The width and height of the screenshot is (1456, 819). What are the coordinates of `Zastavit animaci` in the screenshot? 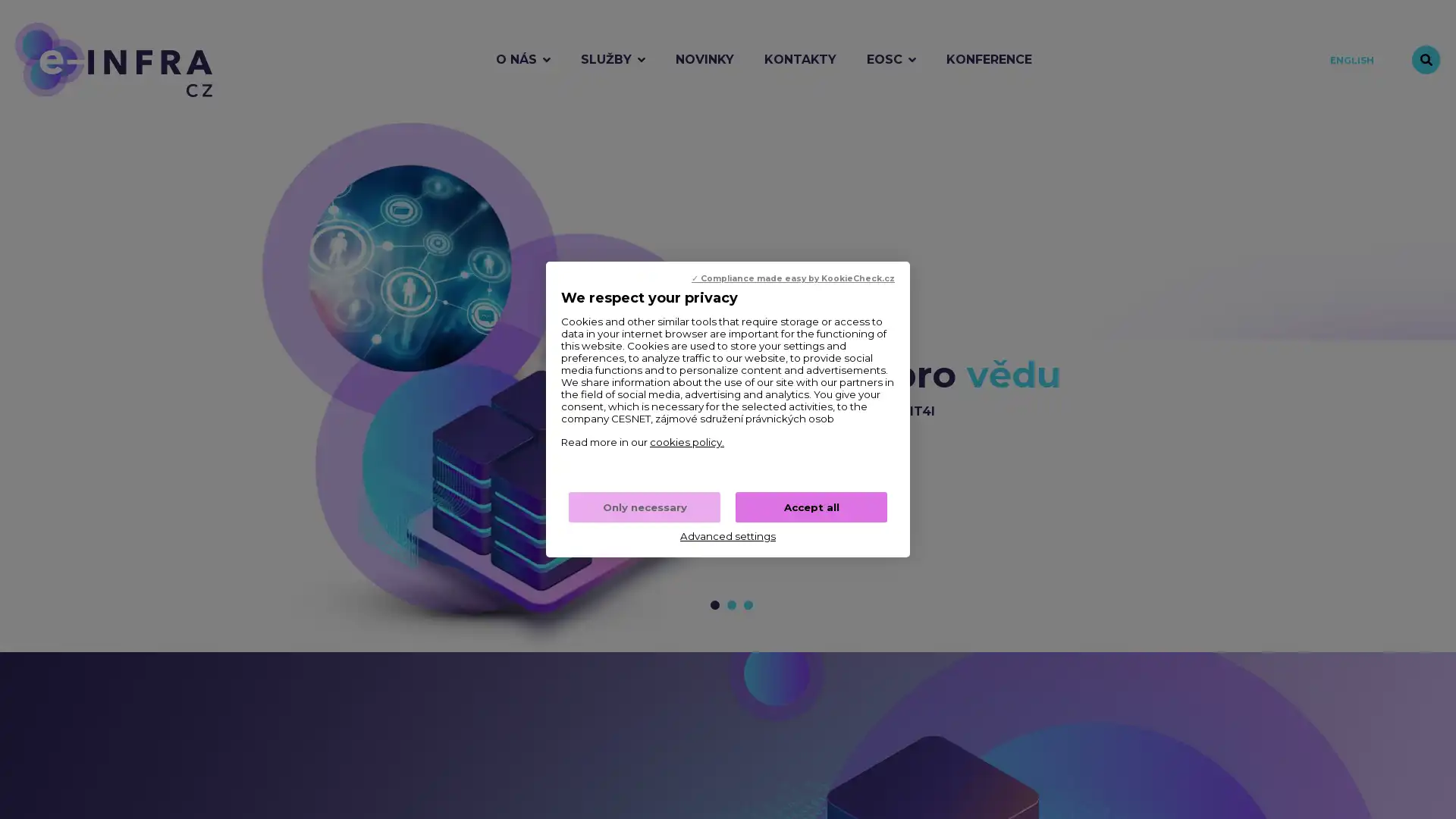 It's located at (1425, 152).